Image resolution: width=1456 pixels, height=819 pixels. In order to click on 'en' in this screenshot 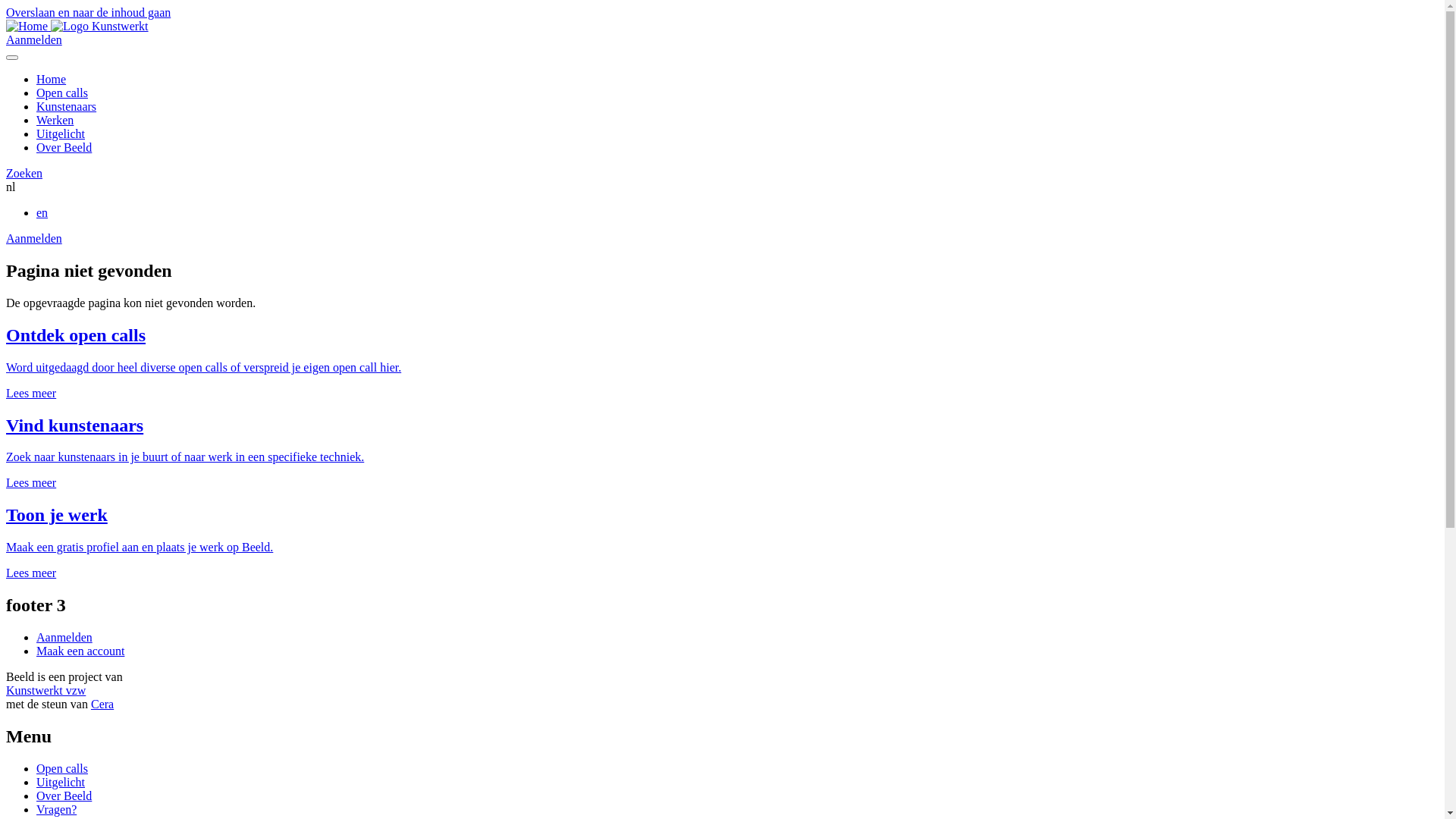, I will do `click(42, 212)`.